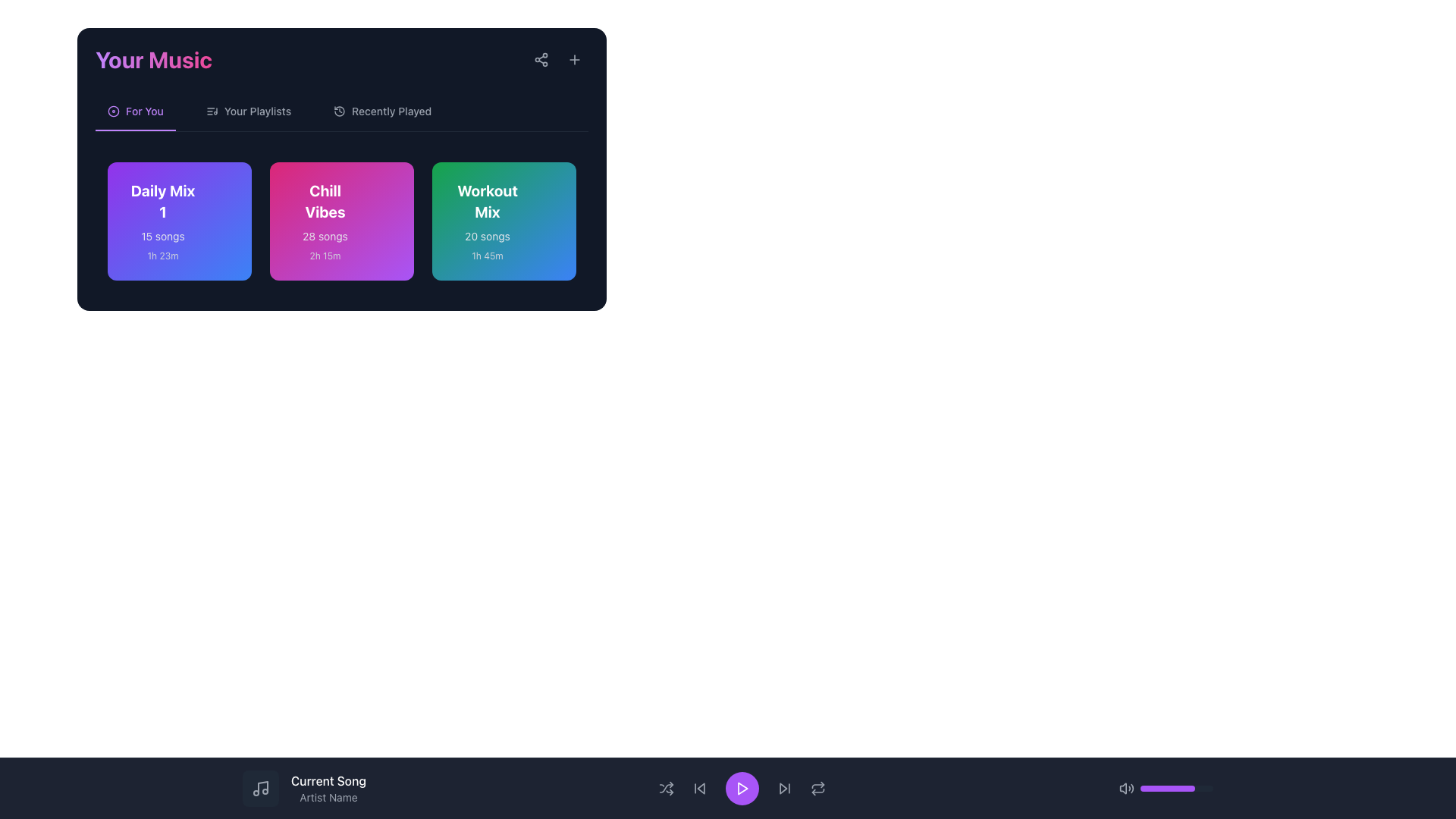  Describe the element at coordinates (211, 110) in the screenshot. I see `the music playlist icon in the navigation menu, which is the first icon under the 'Your Music' header, associated with the 'Your Playlists' label` at that location.